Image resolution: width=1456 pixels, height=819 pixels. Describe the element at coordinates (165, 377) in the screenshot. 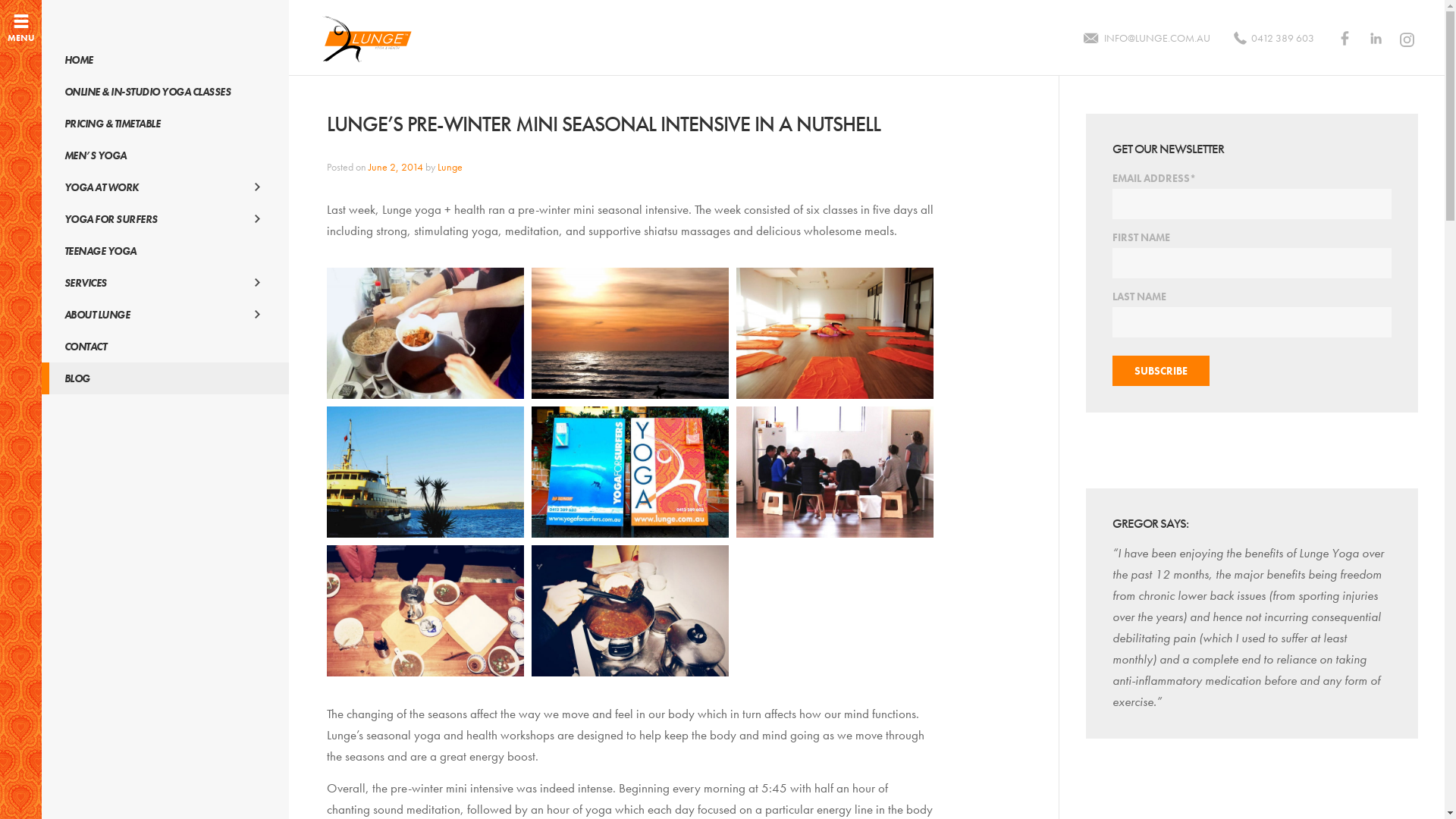

I see `'BLOG'` at that location.